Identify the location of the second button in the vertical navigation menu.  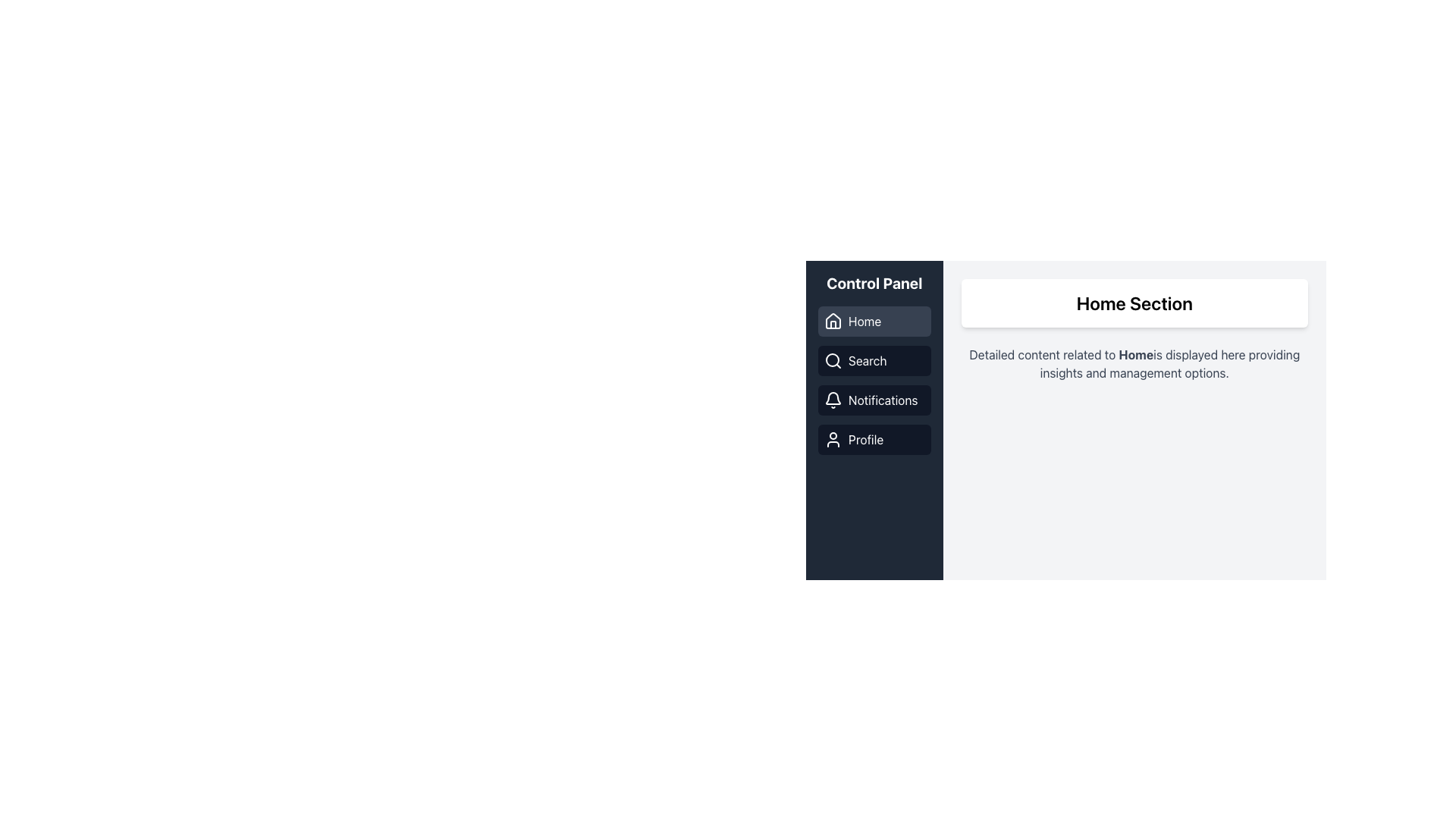
(874, 360).